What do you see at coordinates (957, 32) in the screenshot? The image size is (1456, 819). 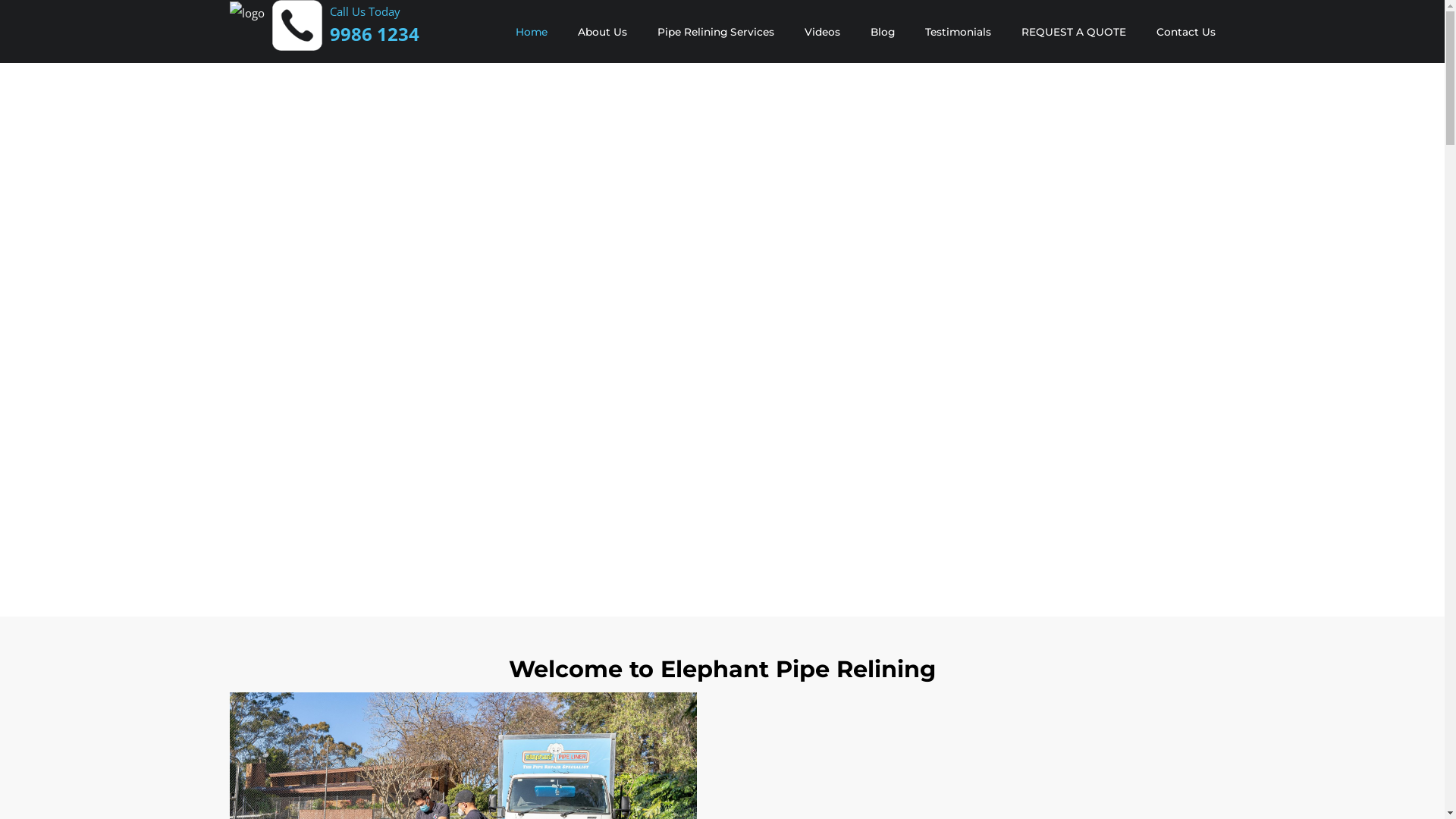 I see `'Testimonials'` at bounding box center [957, 32].